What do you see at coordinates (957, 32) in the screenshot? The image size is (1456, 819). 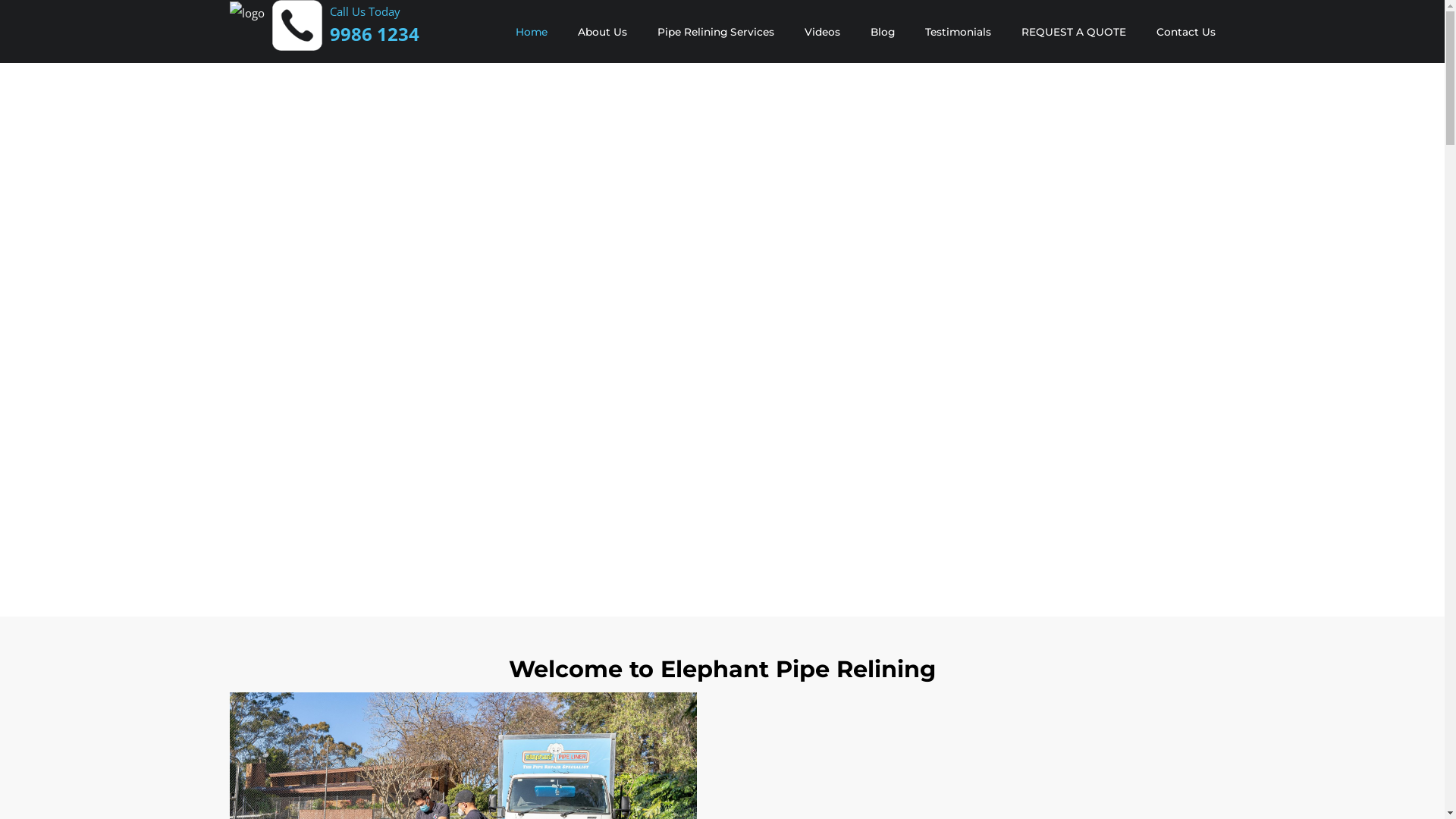 I see `'Testimonials'` at bounding box center [957, 32].